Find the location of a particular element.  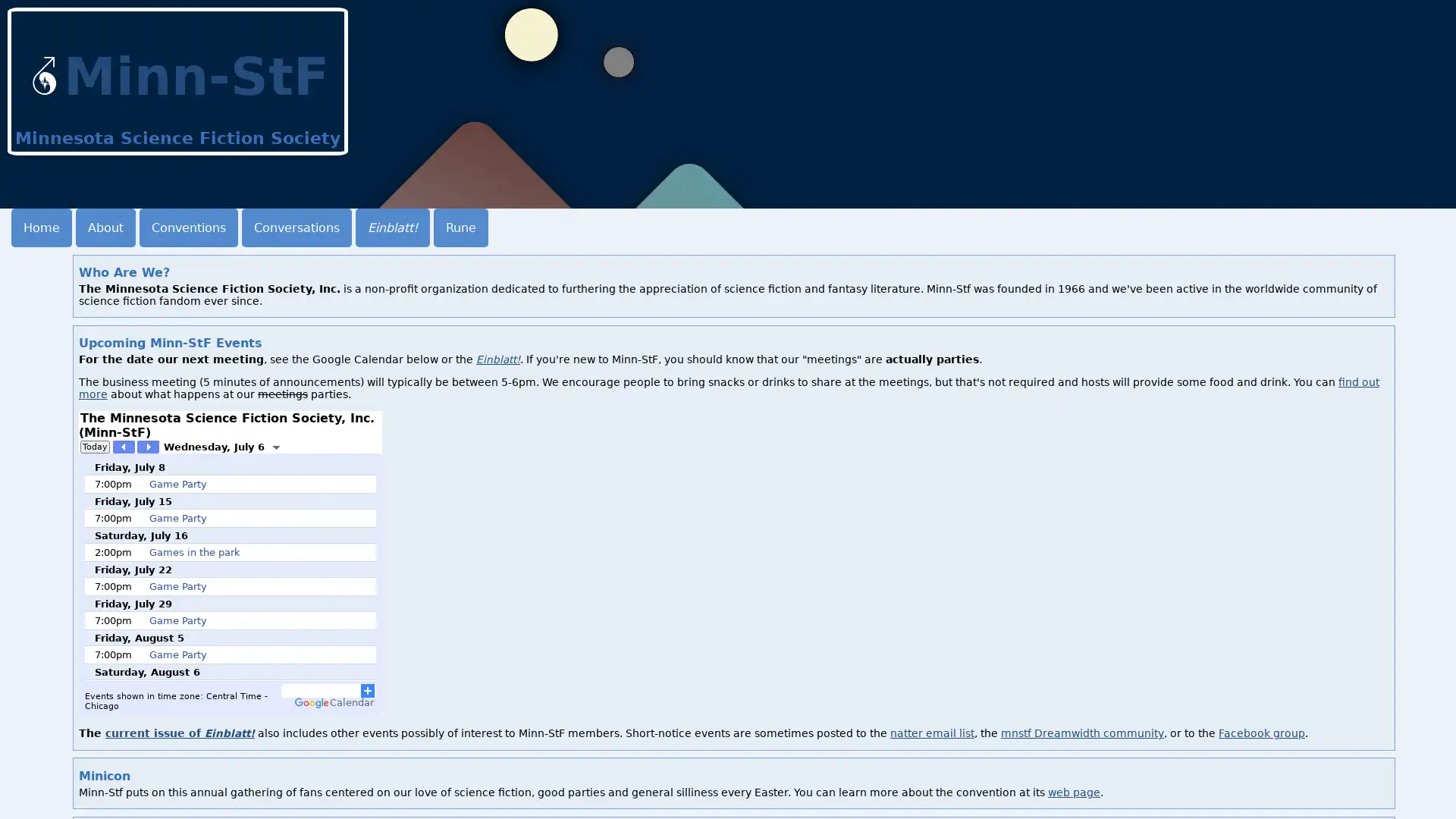

Conventions is located at coordinates (188, 227).